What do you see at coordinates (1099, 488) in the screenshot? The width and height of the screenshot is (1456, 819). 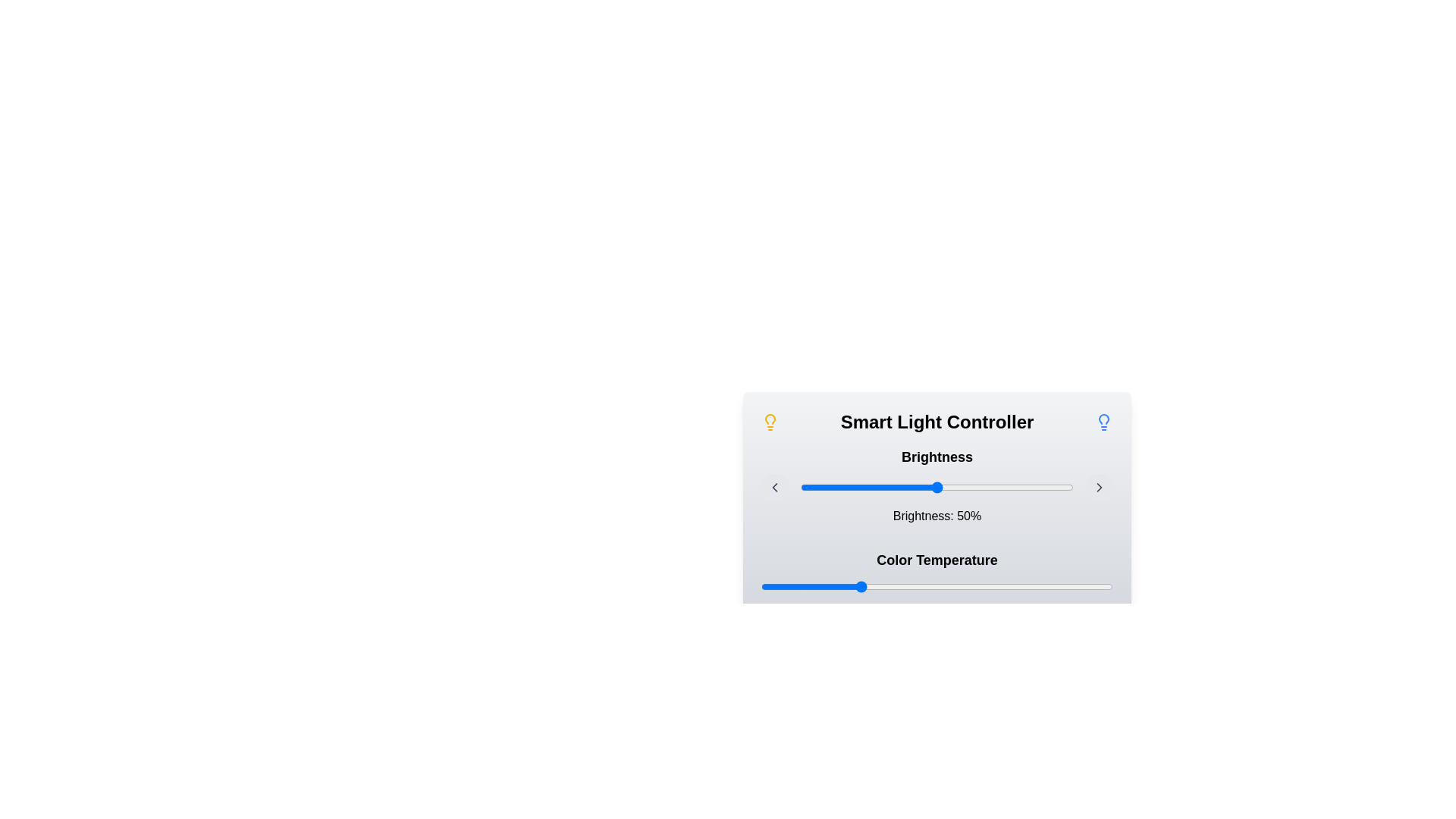 I see `the rightward-pointing chevron arrow icon located in the center-right portion of the smart light controller UI to proceed` at bounding box center [1099, 488].